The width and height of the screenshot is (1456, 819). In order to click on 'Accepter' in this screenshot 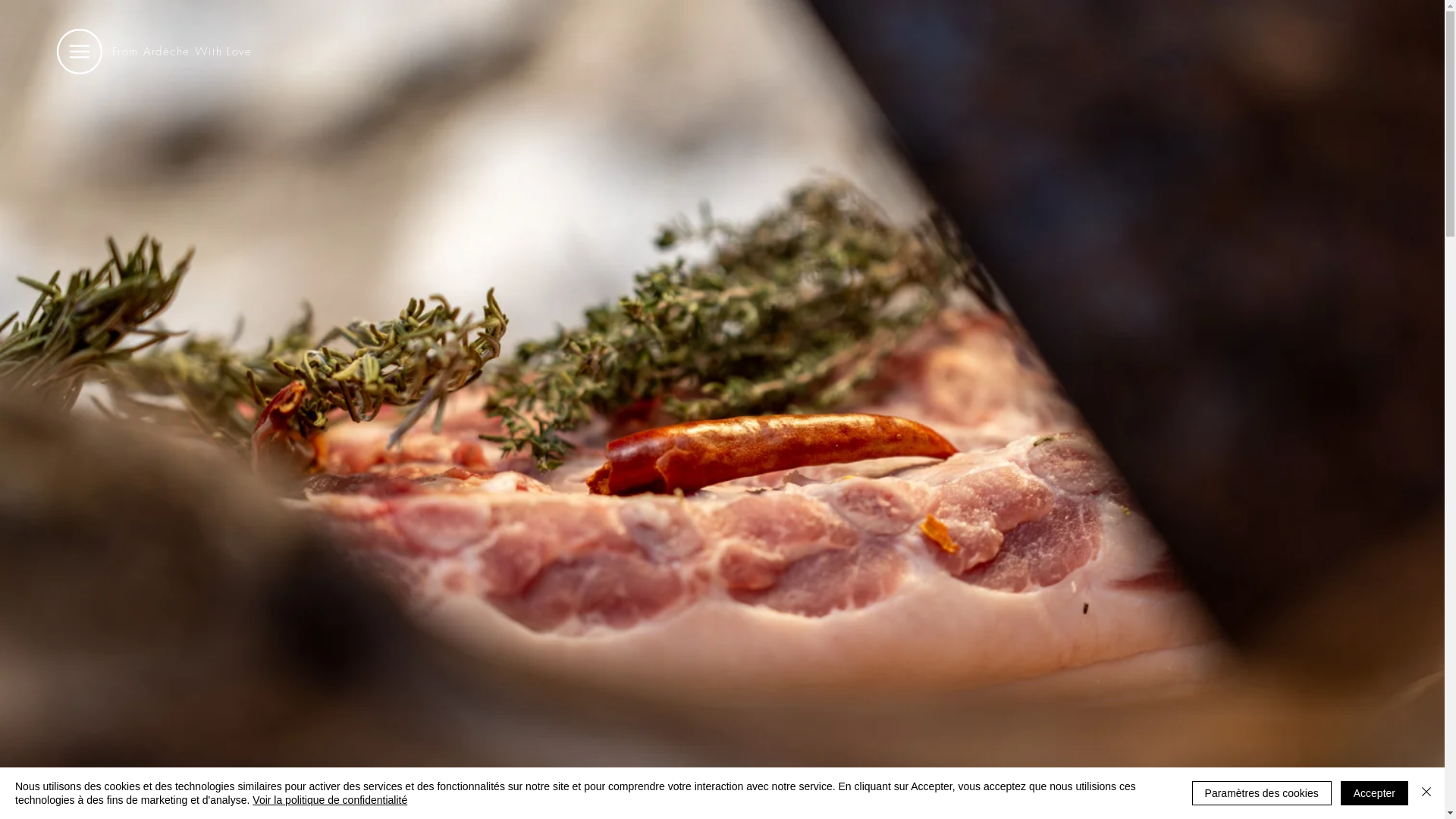, I will do `click(1374, 792)`.